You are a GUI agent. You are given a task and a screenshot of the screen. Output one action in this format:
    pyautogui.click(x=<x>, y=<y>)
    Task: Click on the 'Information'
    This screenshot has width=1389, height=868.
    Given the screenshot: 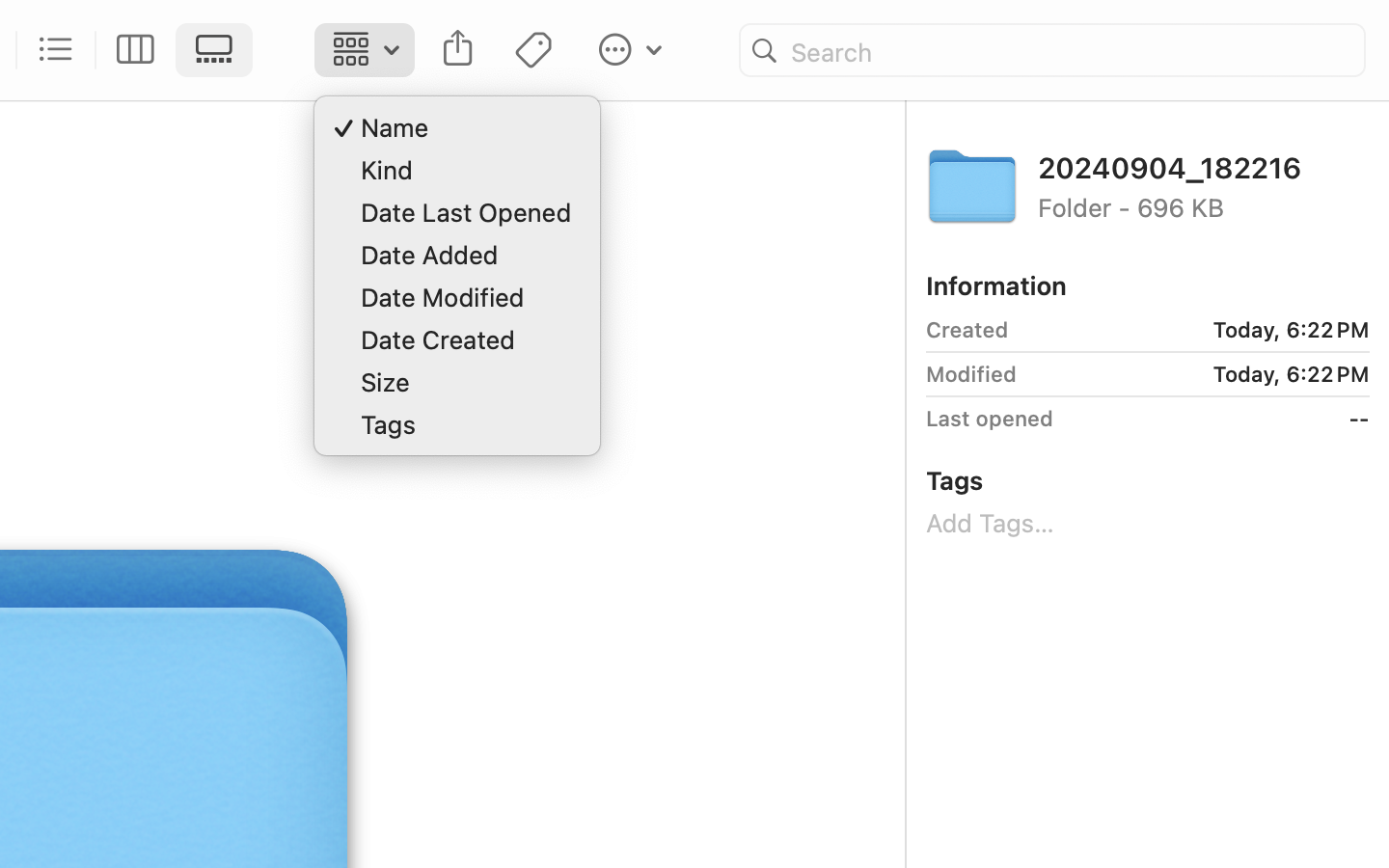 What is the action you would take?
    pyautogui.click(x=996, y=285)
    